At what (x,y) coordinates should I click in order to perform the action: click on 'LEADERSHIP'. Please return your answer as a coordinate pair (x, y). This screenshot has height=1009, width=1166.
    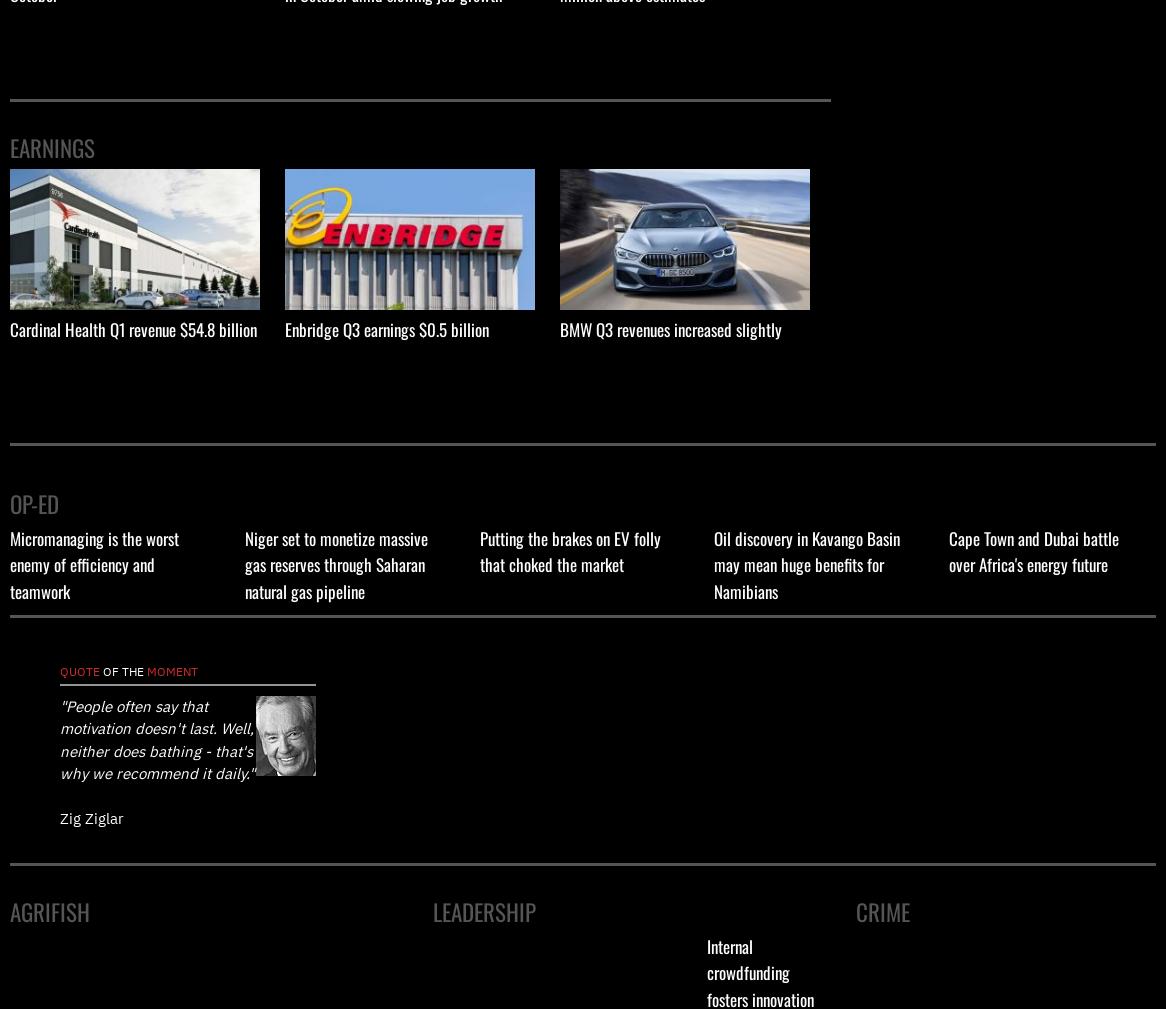
    Looking at the image, I should click on (484, 912).